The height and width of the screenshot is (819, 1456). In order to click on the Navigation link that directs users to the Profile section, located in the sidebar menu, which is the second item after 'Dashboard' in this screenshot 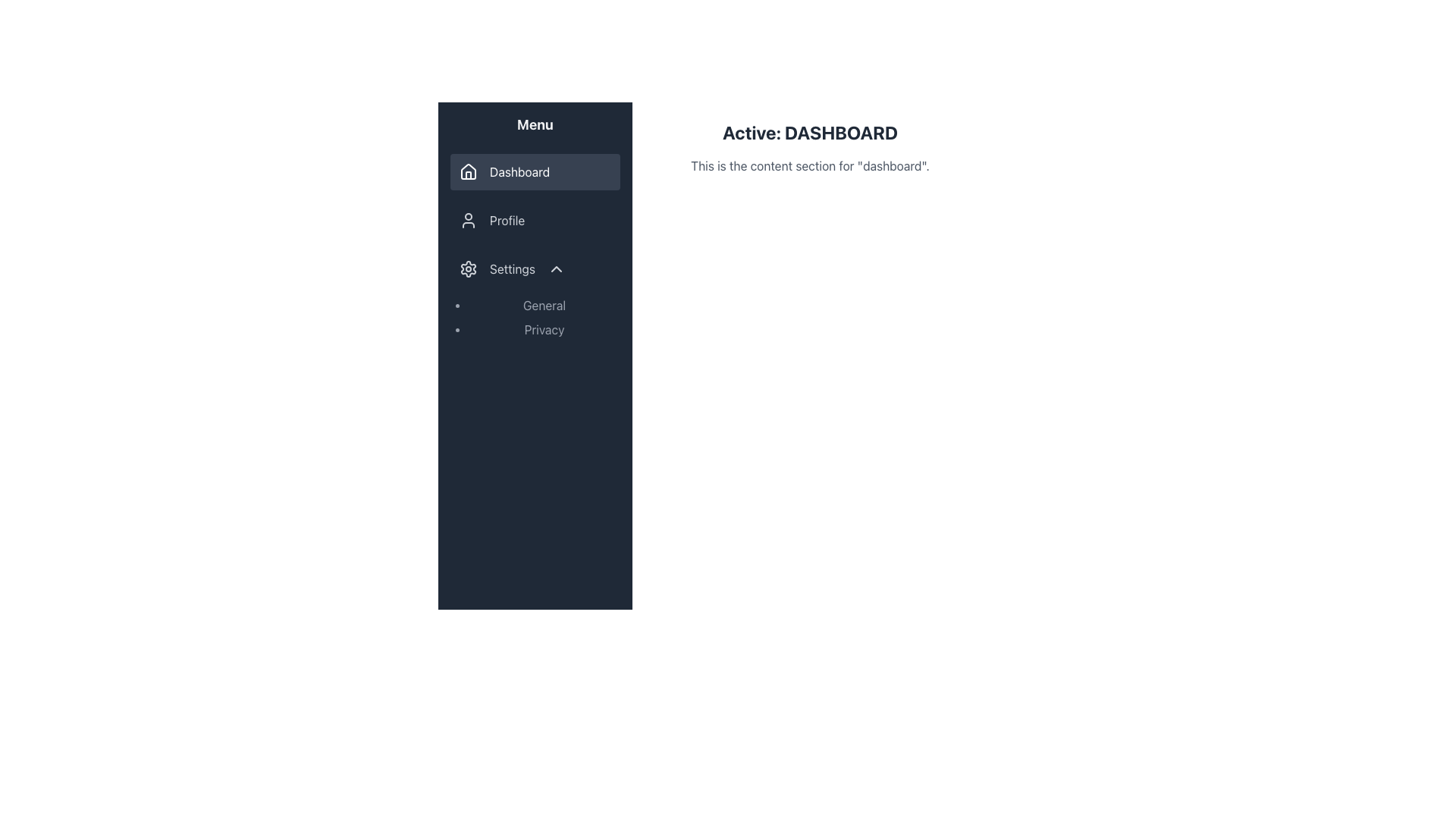, I will do `click(535, 220)`.